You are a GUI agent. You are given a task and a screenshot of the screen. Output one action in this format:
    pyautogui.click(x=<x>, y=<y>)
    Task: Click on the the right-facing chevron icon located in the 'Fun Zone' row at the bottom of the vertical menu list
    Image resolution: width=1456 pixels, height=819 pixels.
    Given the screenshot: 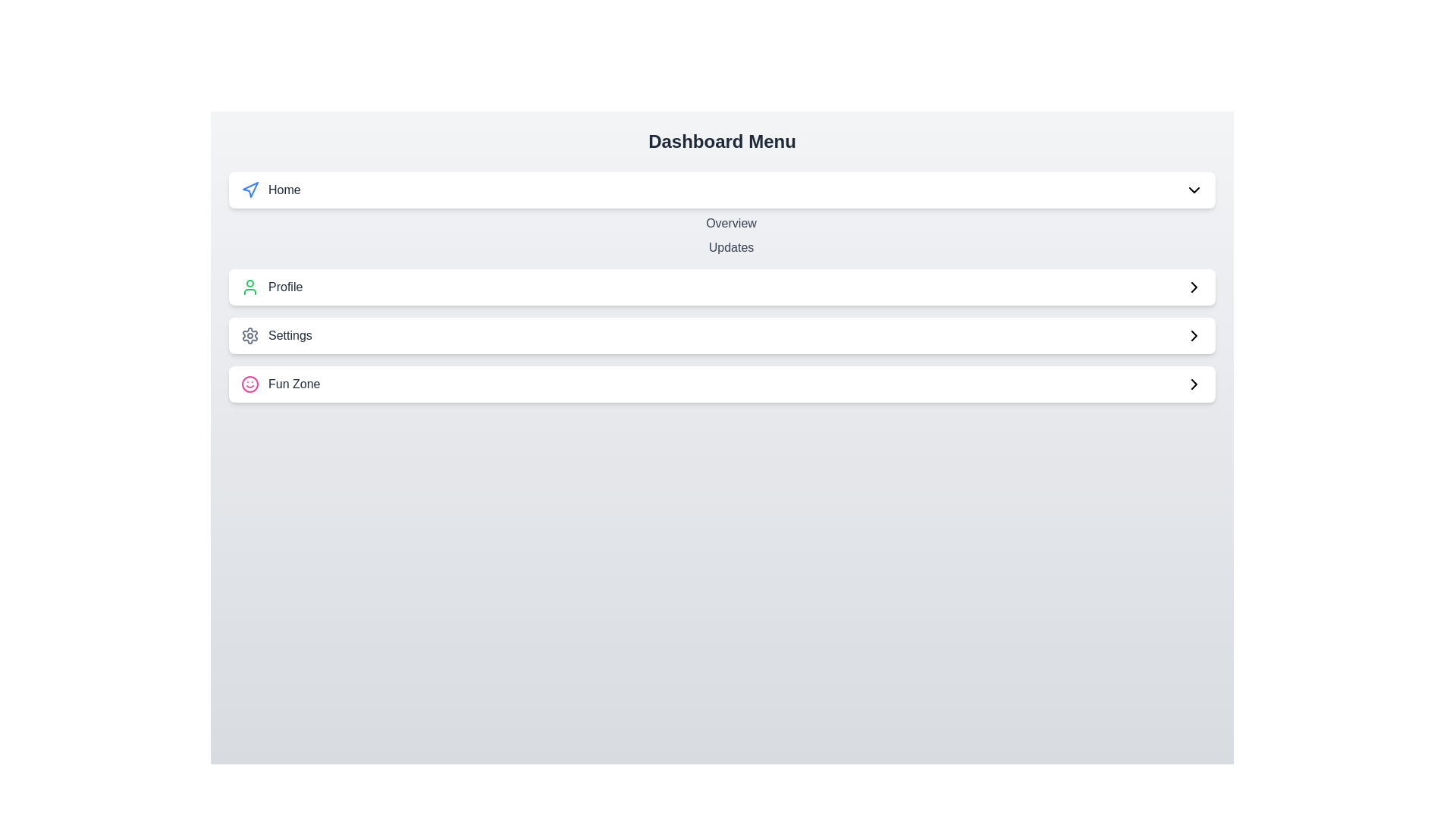 What is the action you would take?
    pyautogui.click(x=1193, y=383)
    